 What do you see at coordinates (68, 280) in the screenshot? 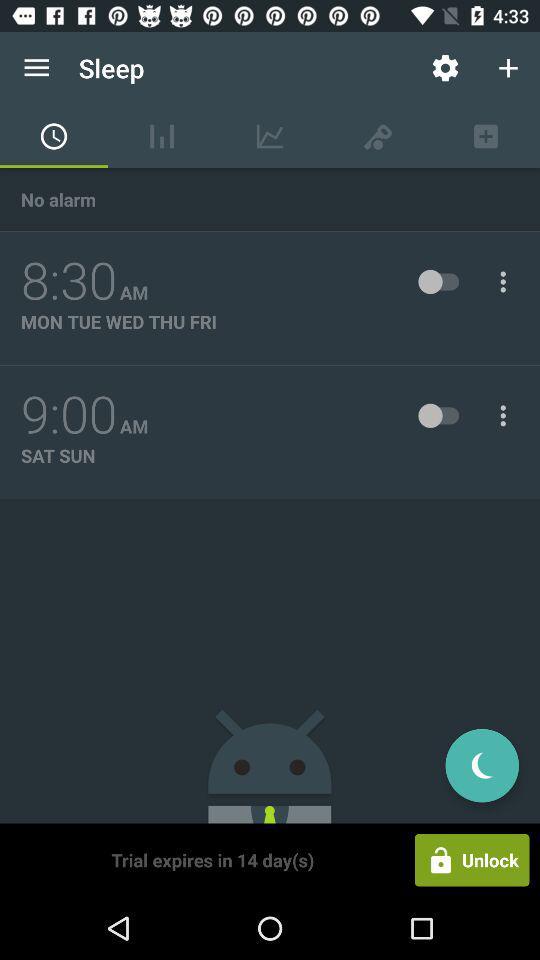
I see `the 8:30 item` at bounding box center [68, 280].